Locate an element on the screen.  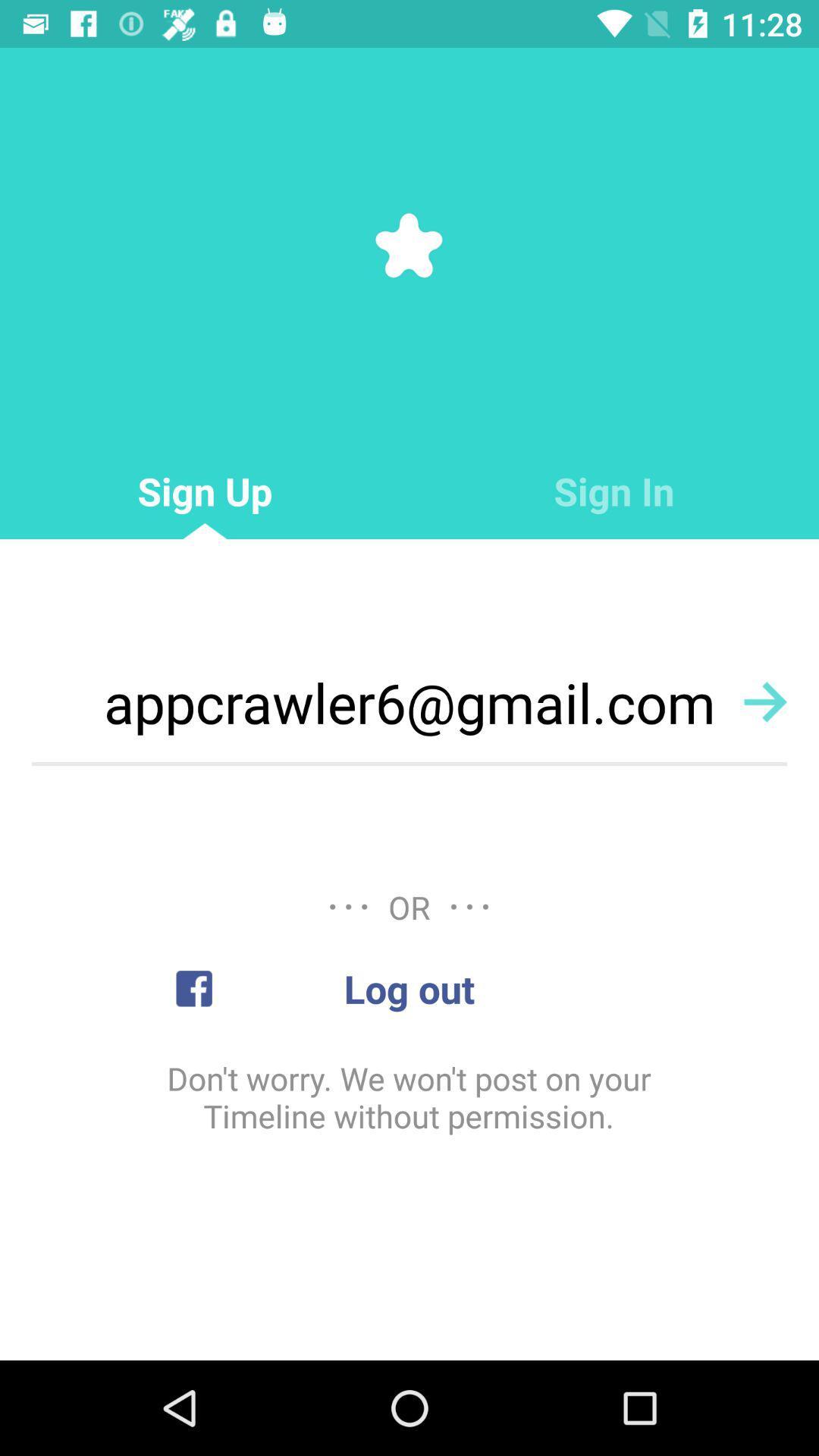
the item to the right of sign up item is located at coordinates (614, 491).